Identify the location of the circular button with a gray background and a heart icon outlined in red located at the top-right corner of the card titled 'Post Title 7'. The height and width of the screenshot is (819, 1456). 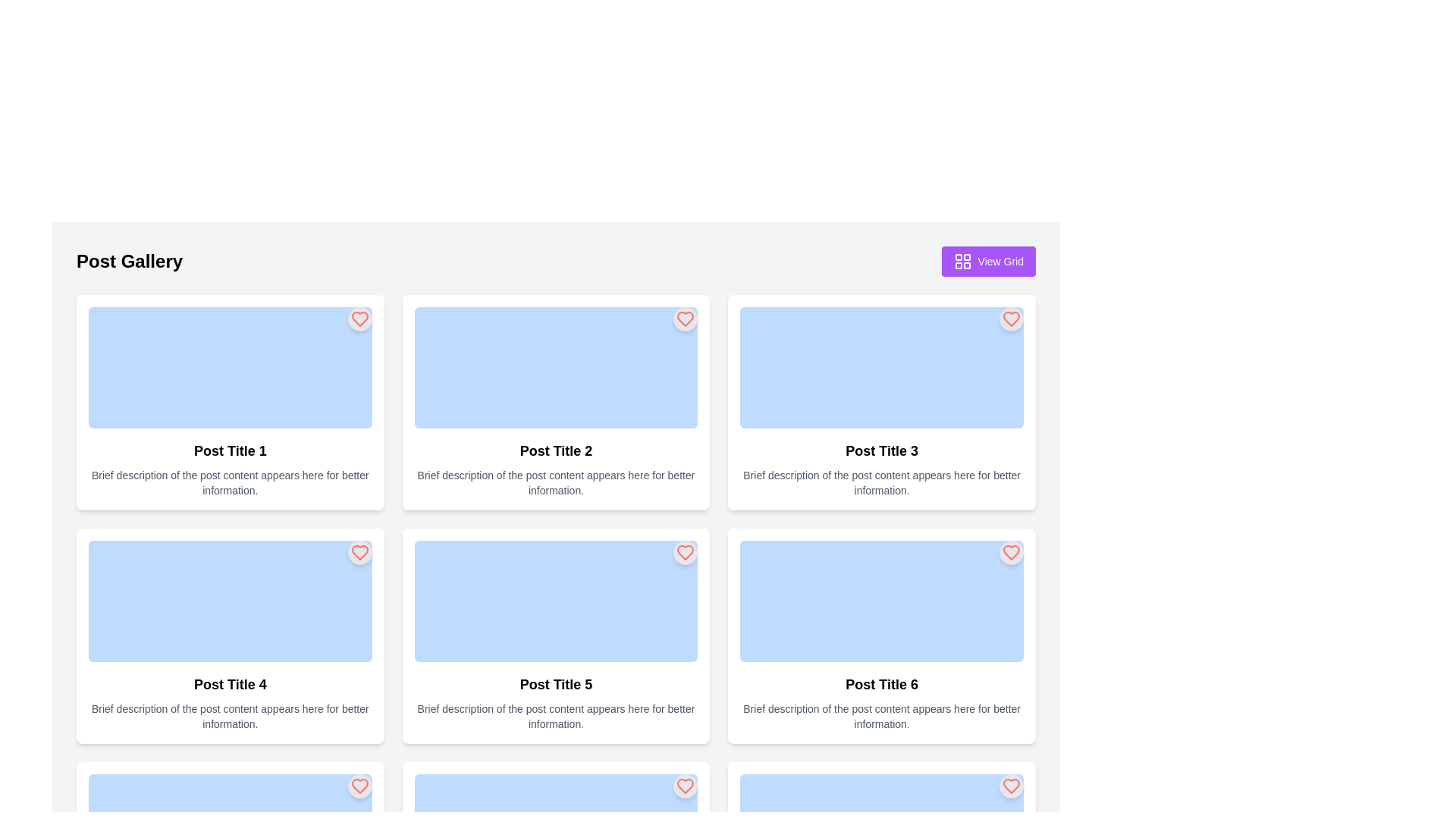
(359, 786).